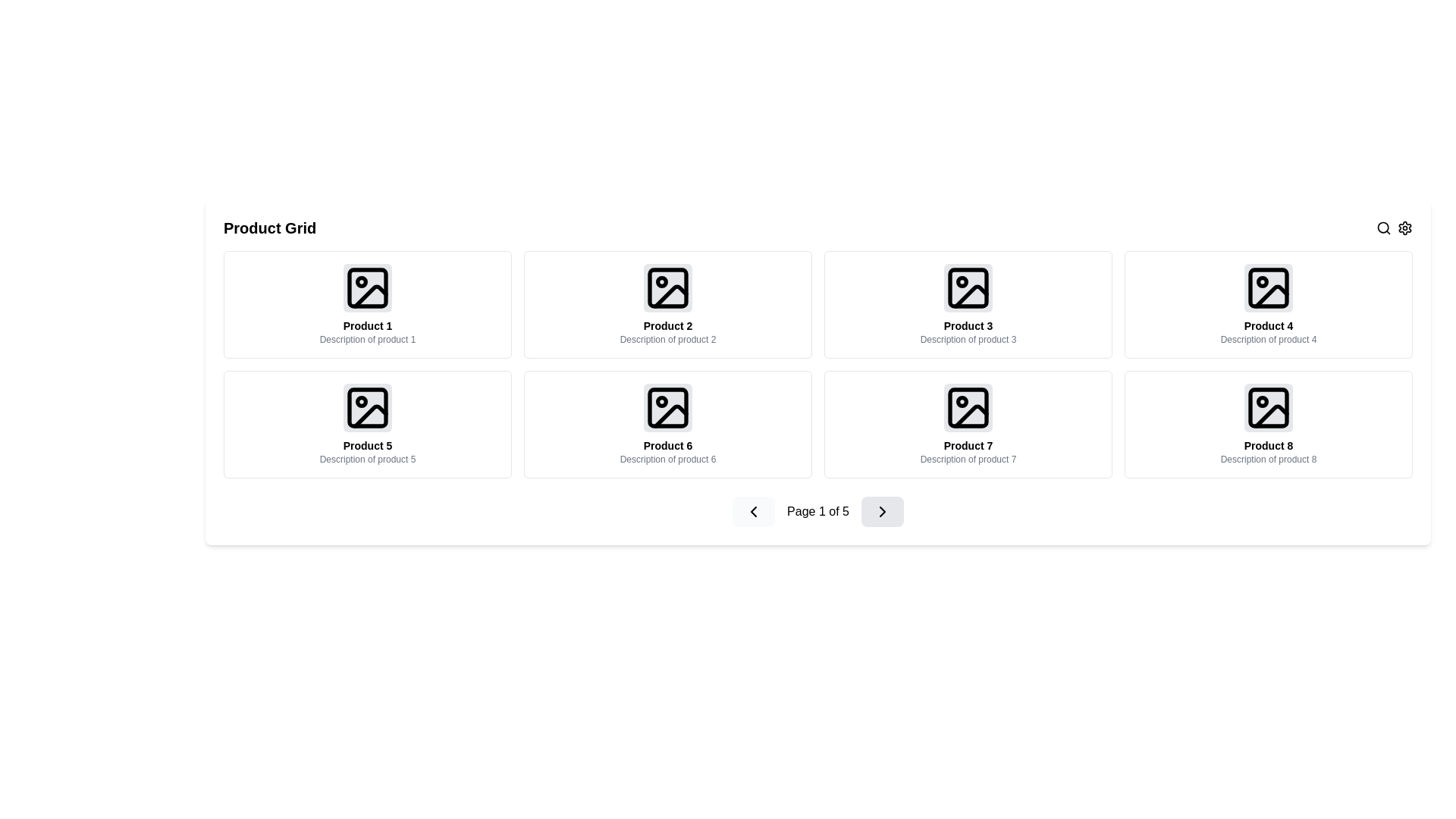  Describe the element at coordinates (1269, 406) in the screenshot. I see `the picture frame icon in the 'Product 8' card located in the fourth column of the second row to initiate an interaction related to 'Product 8'` at that location.